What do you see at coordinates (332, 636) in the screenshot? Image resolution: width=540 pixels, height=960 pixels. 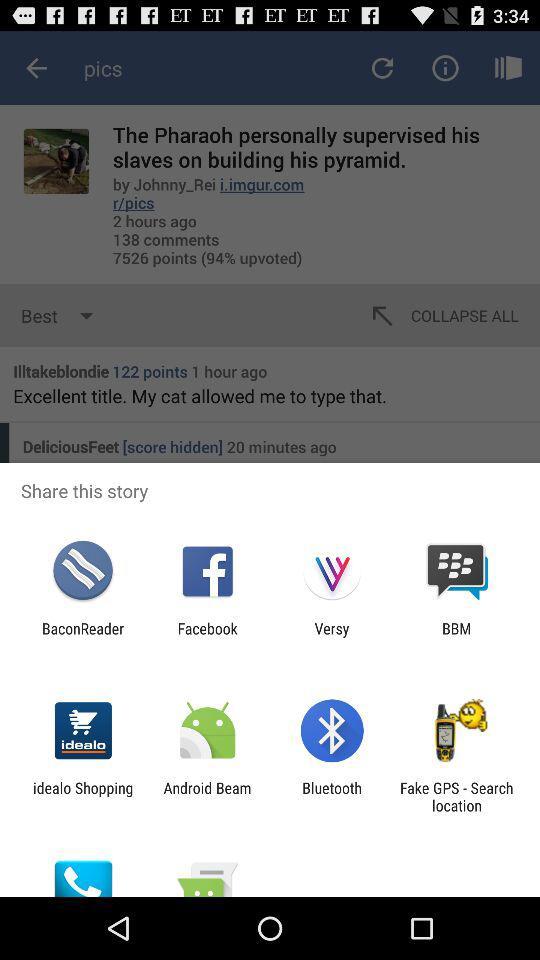 I see `icon to the right of the facebook` at bounding box center [332, 636].